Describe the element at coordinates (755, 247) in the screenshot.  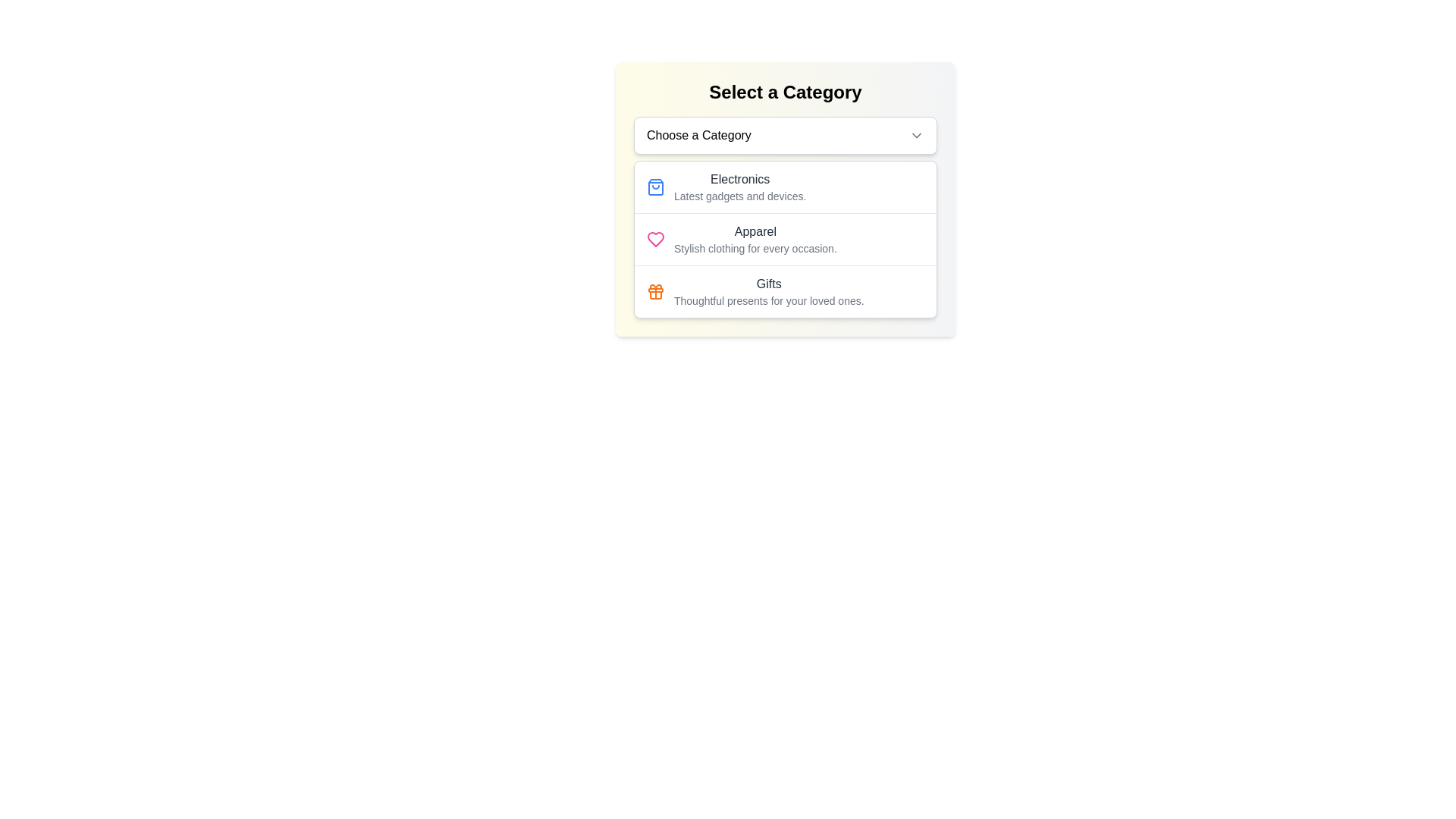
I see `the subtext 'Stylish clothing for every occasion.' located below the 'Apparel' label in the category selection list` at that location.